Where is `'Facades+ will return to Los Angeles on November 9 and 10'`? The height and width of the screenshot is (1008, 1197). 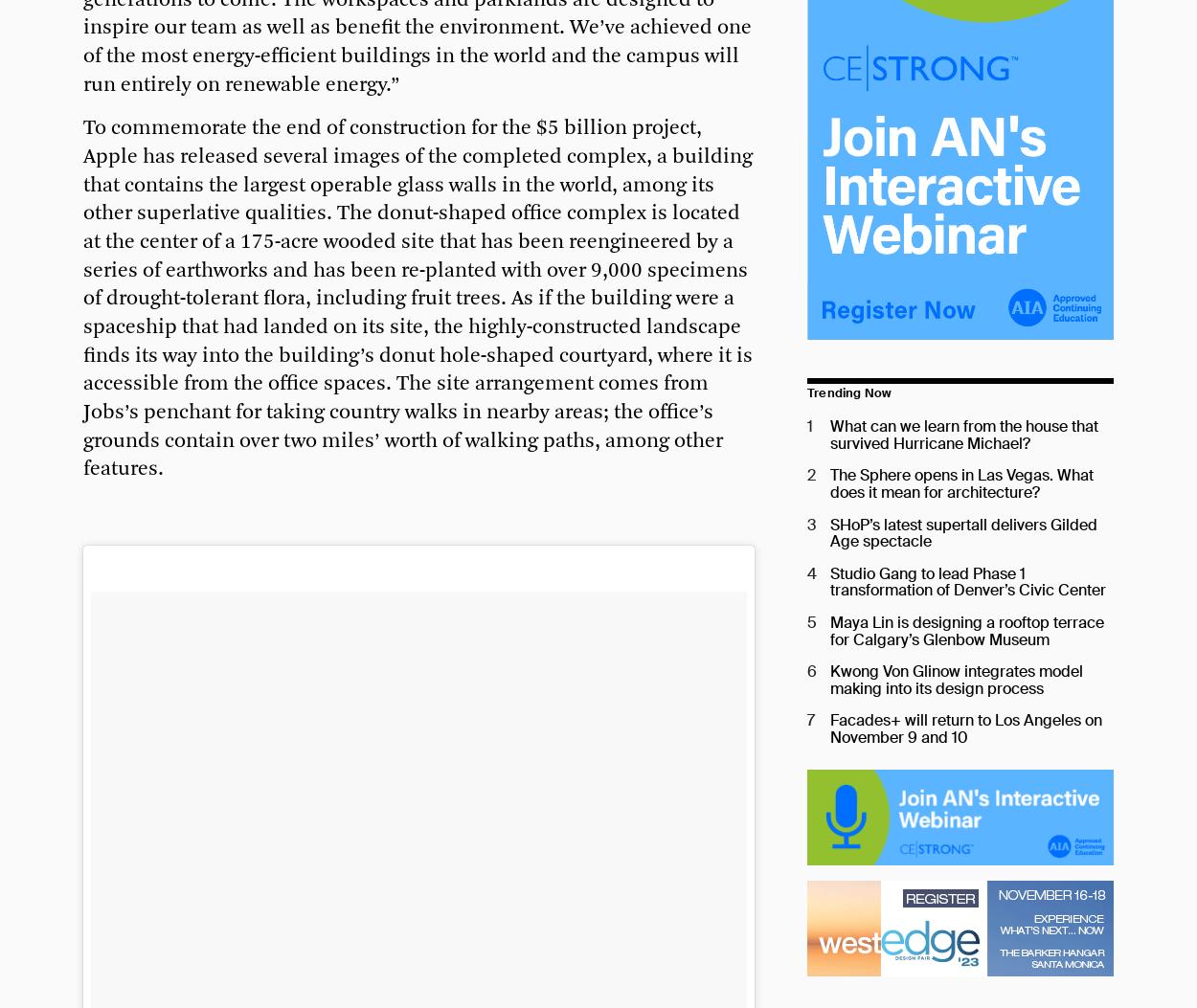 'Facades+ will return to Los Angeles on November 9 and 10' is located at coordinates (965, 728).